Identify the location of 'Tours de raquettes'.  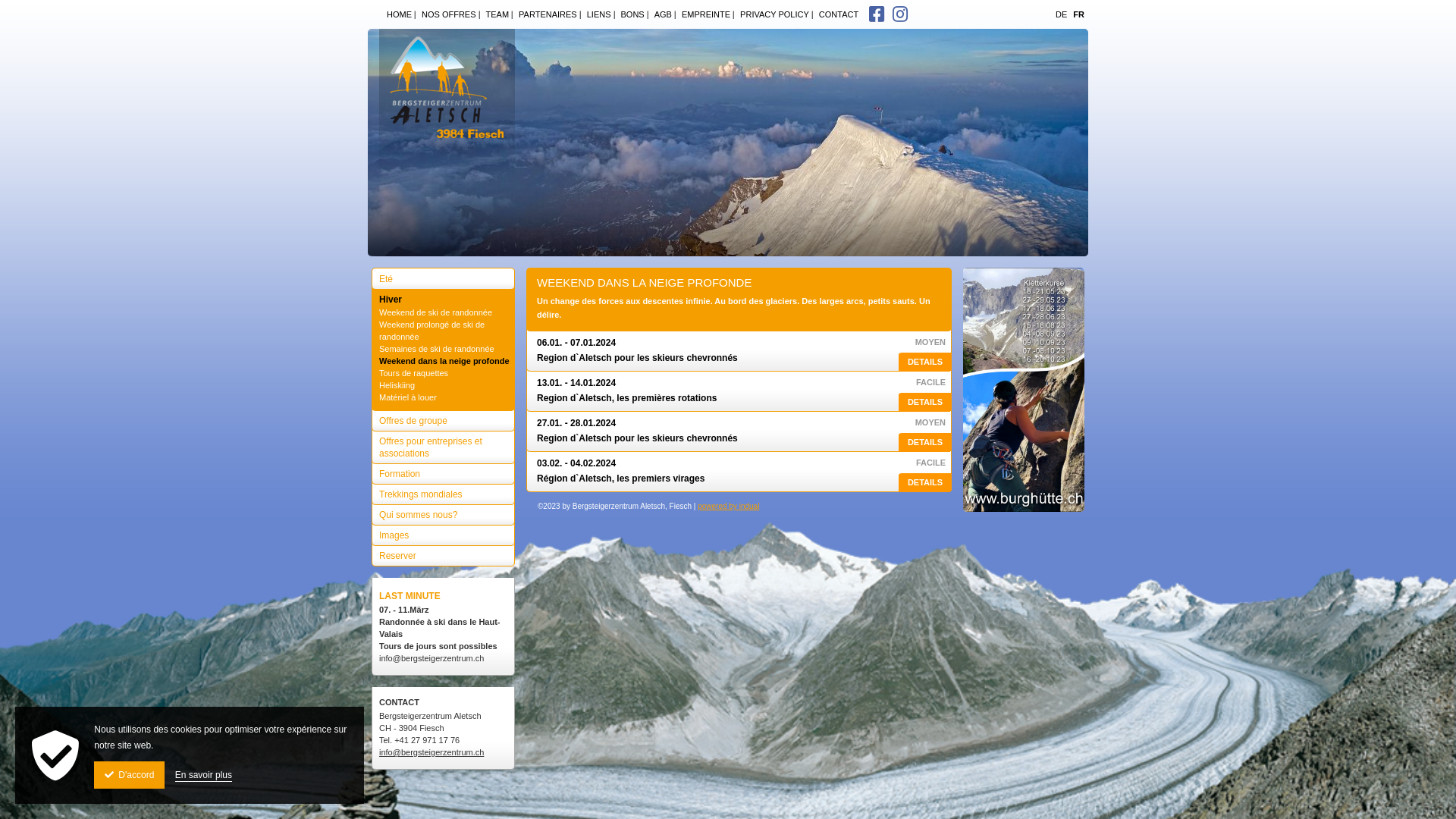
(444, 373).